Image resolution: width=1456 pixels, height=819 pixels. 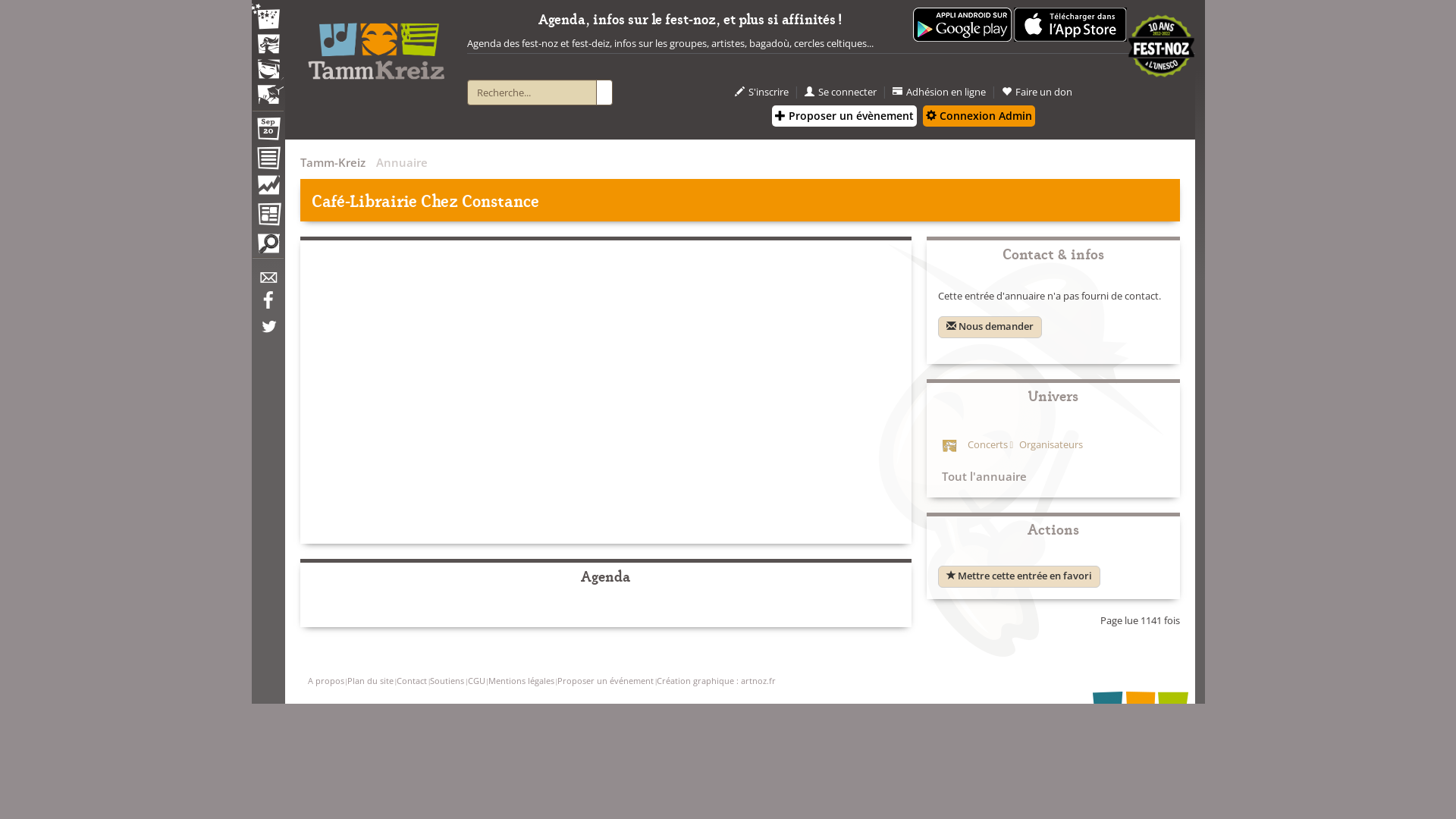 I want to click on 'Plan du site', so click(x=370, y=679).